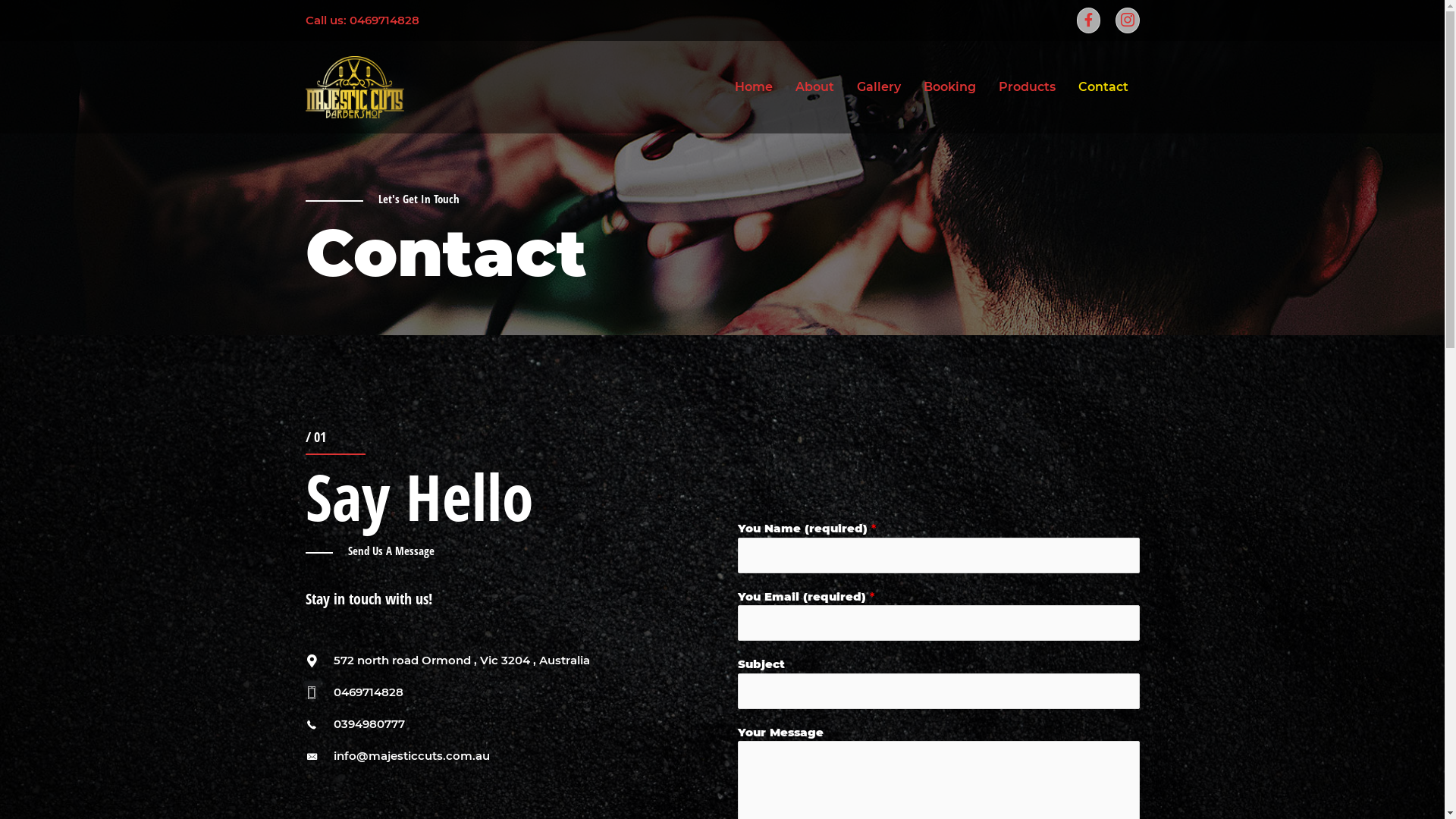 Image resolution: width=1456 pixels, height=819 pixels. What do you see at coordinates (1027, 87) in the screenshot?
I see `'Products'` at bounding box center [1027, 87].